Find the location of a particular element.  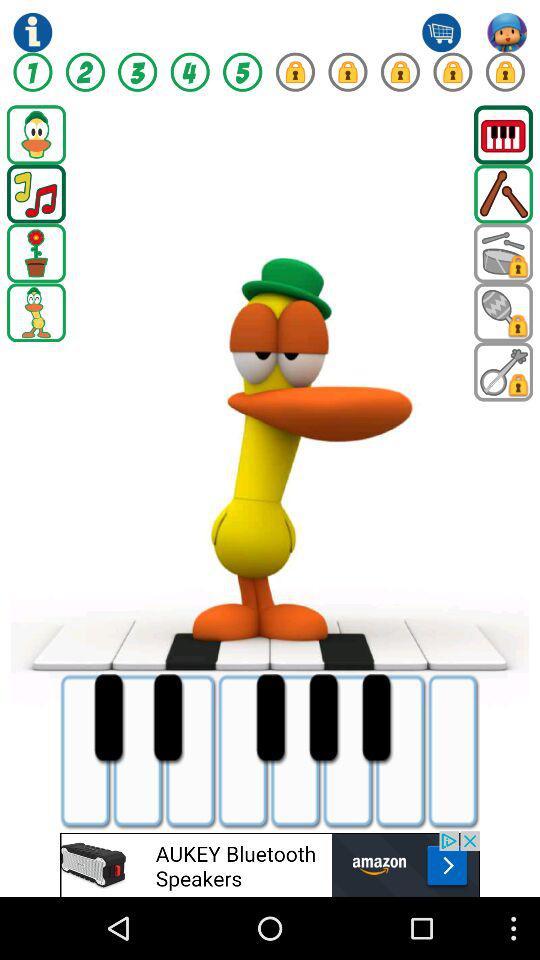

the lock icon is located at coordinates (452, 77).